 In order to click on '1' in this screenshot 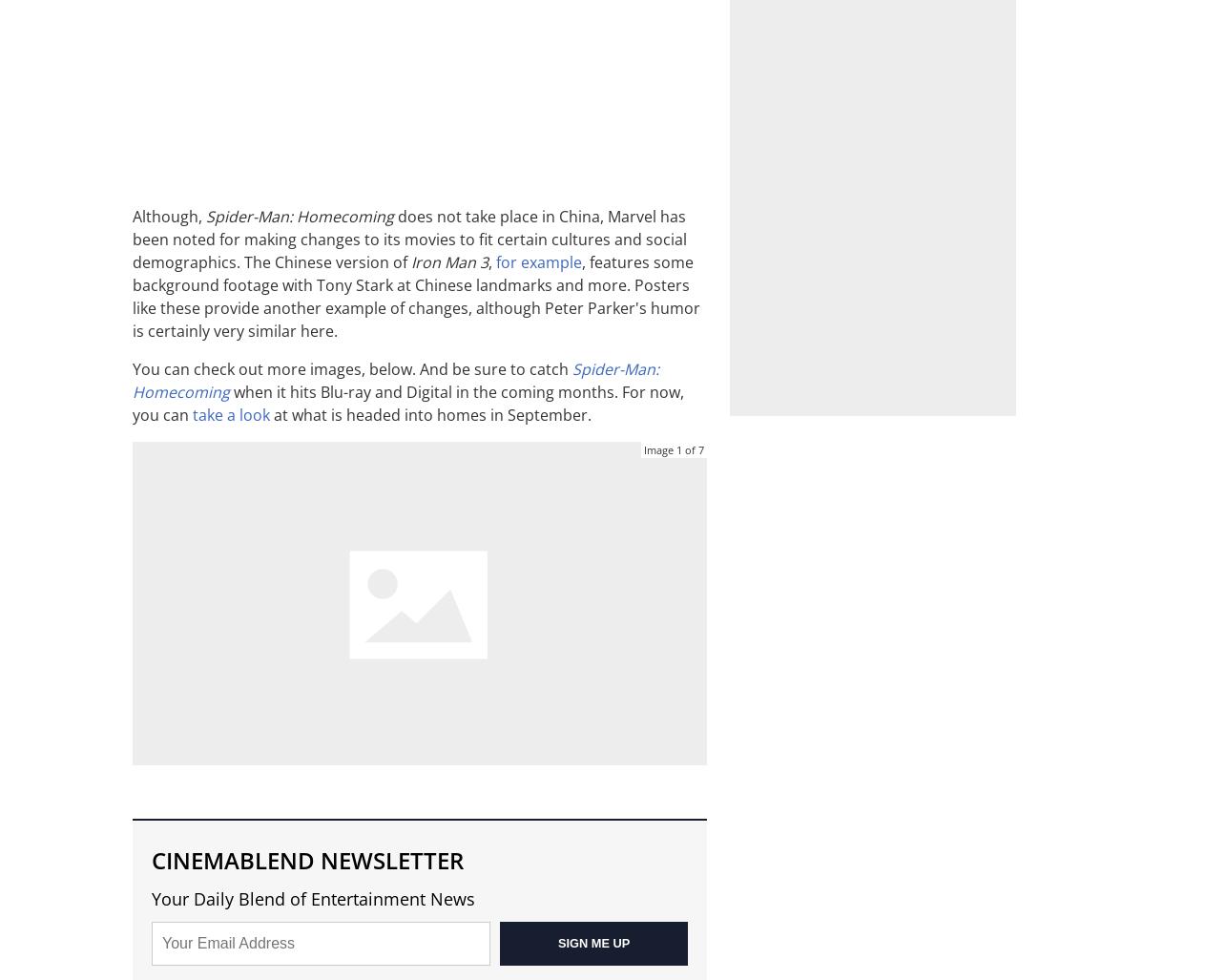, I will do `click(678, 449)`.